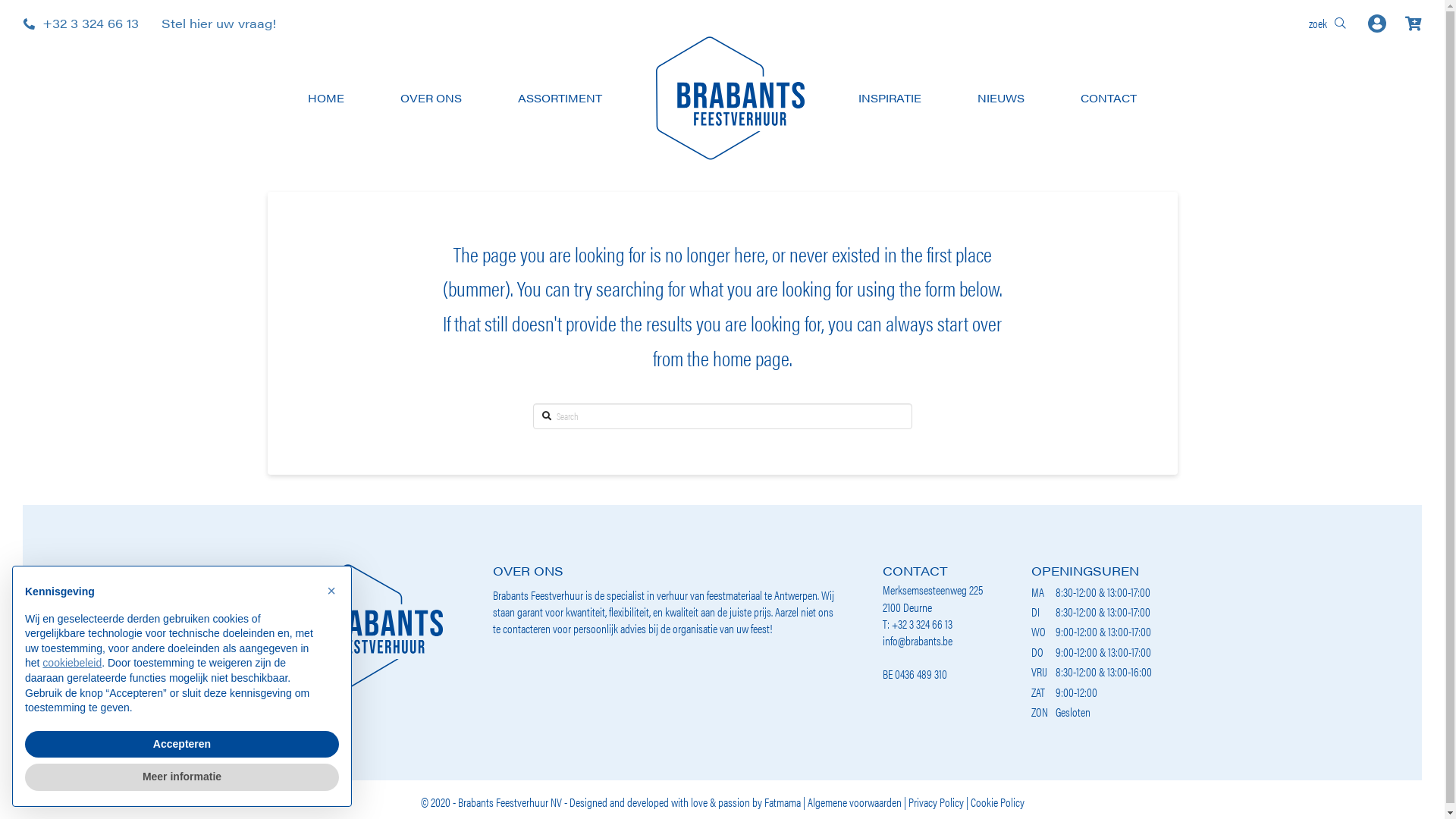  What do you see at coordinates (1304, 23) in the screenshot?
I see `'zoek'` at bounding box center [1304, 23].